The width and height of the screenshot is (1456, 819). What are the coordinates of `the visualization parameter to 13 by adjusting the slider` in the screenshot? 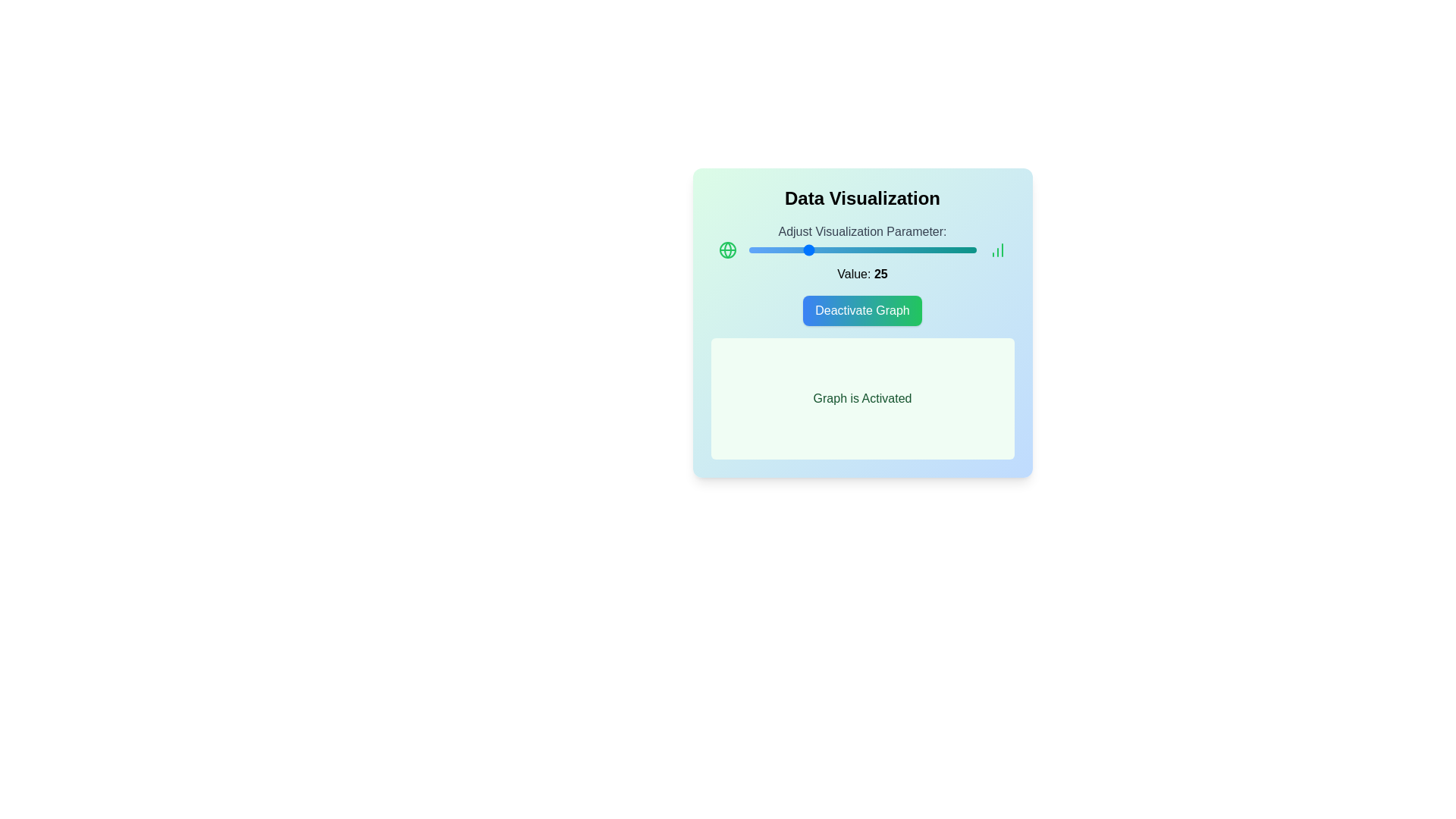 It's located at (778, 249).